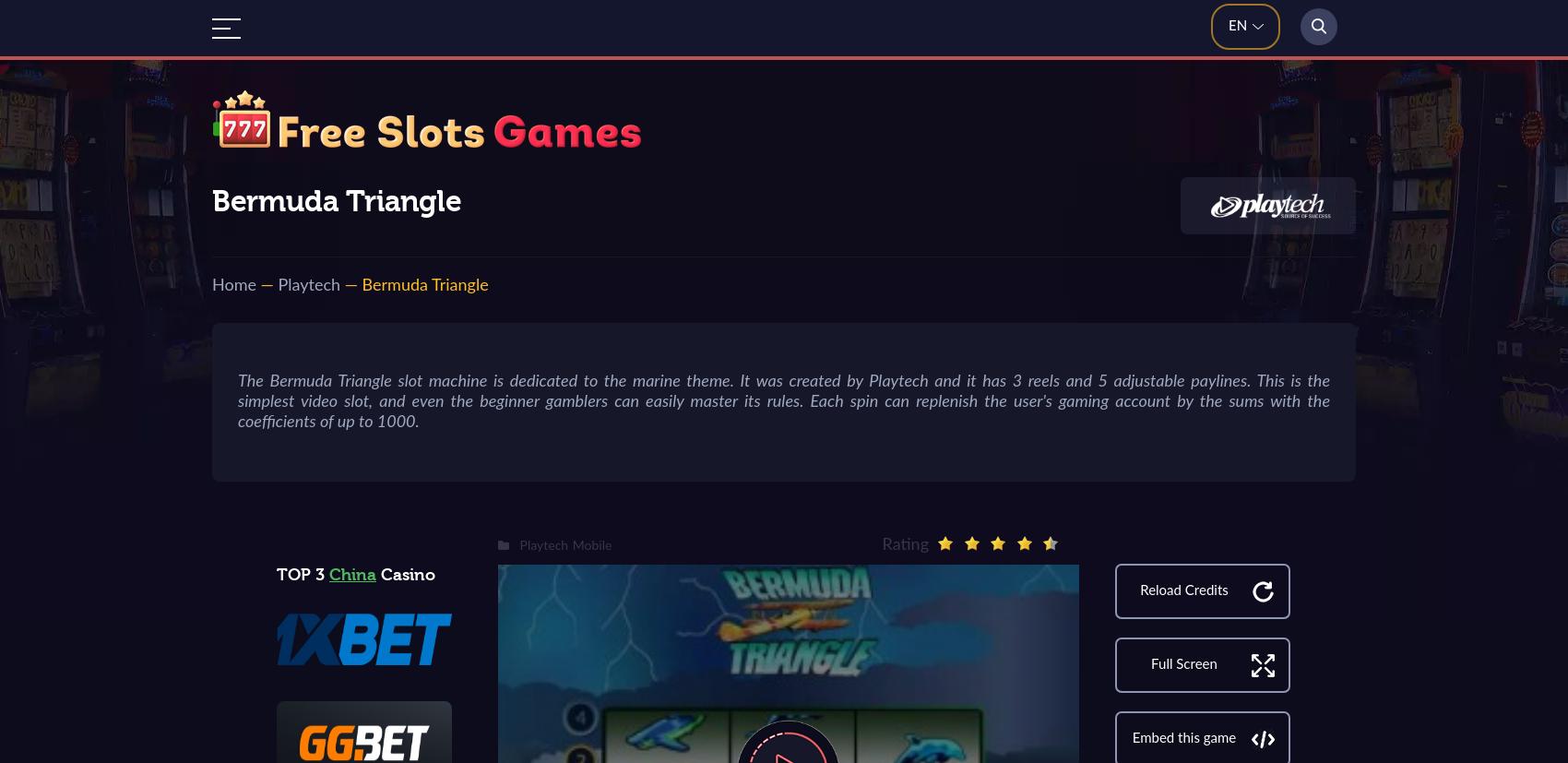 This screenshot has height=763, width=1568. What do you see at coordinates (902, 544) in the screenshot?
I see `'Rating'` at bounding box center [902, 544].